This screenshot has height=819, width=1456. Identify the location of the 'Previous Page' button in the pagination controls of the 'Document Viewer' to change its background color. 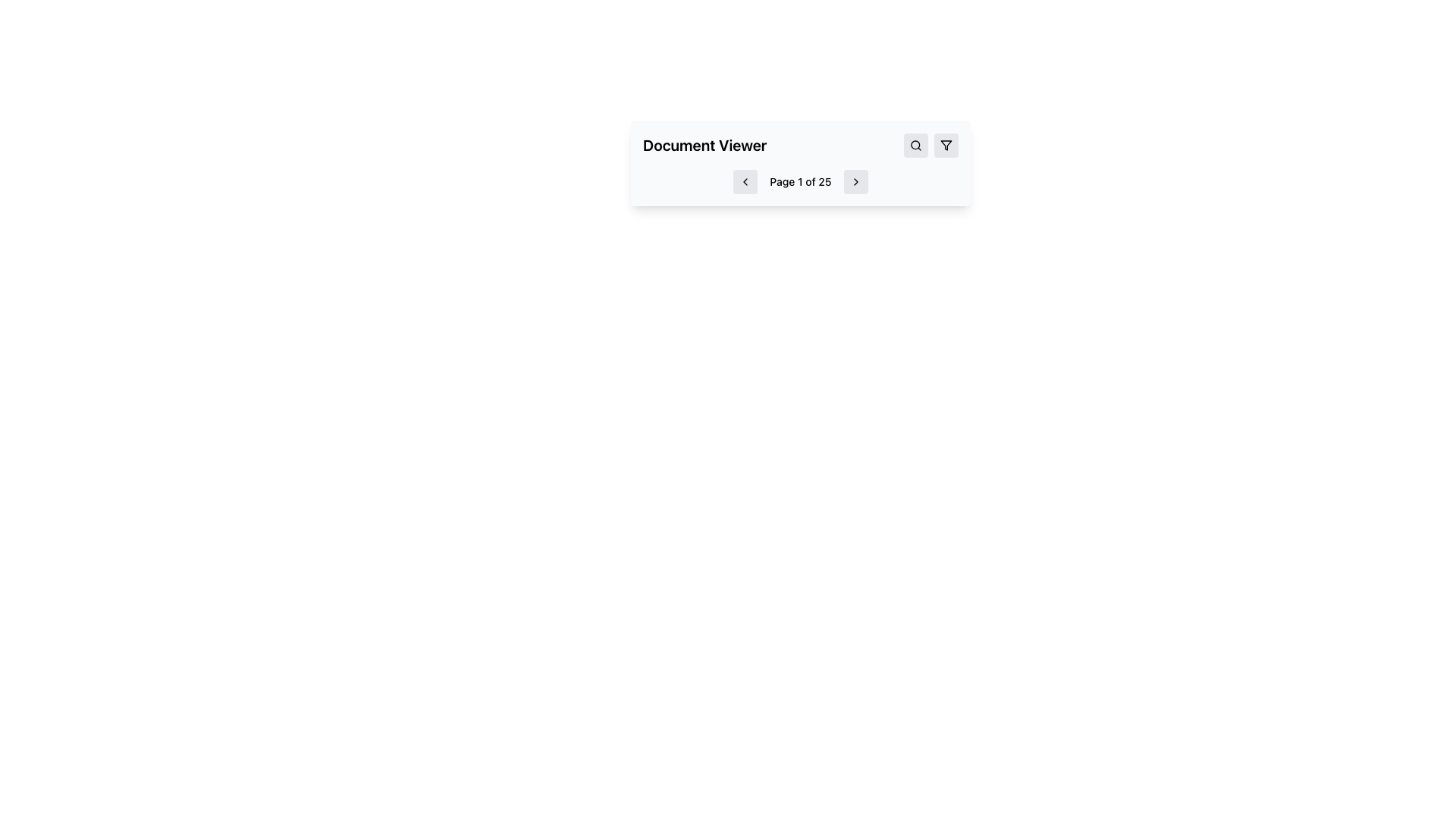
(745, 180).